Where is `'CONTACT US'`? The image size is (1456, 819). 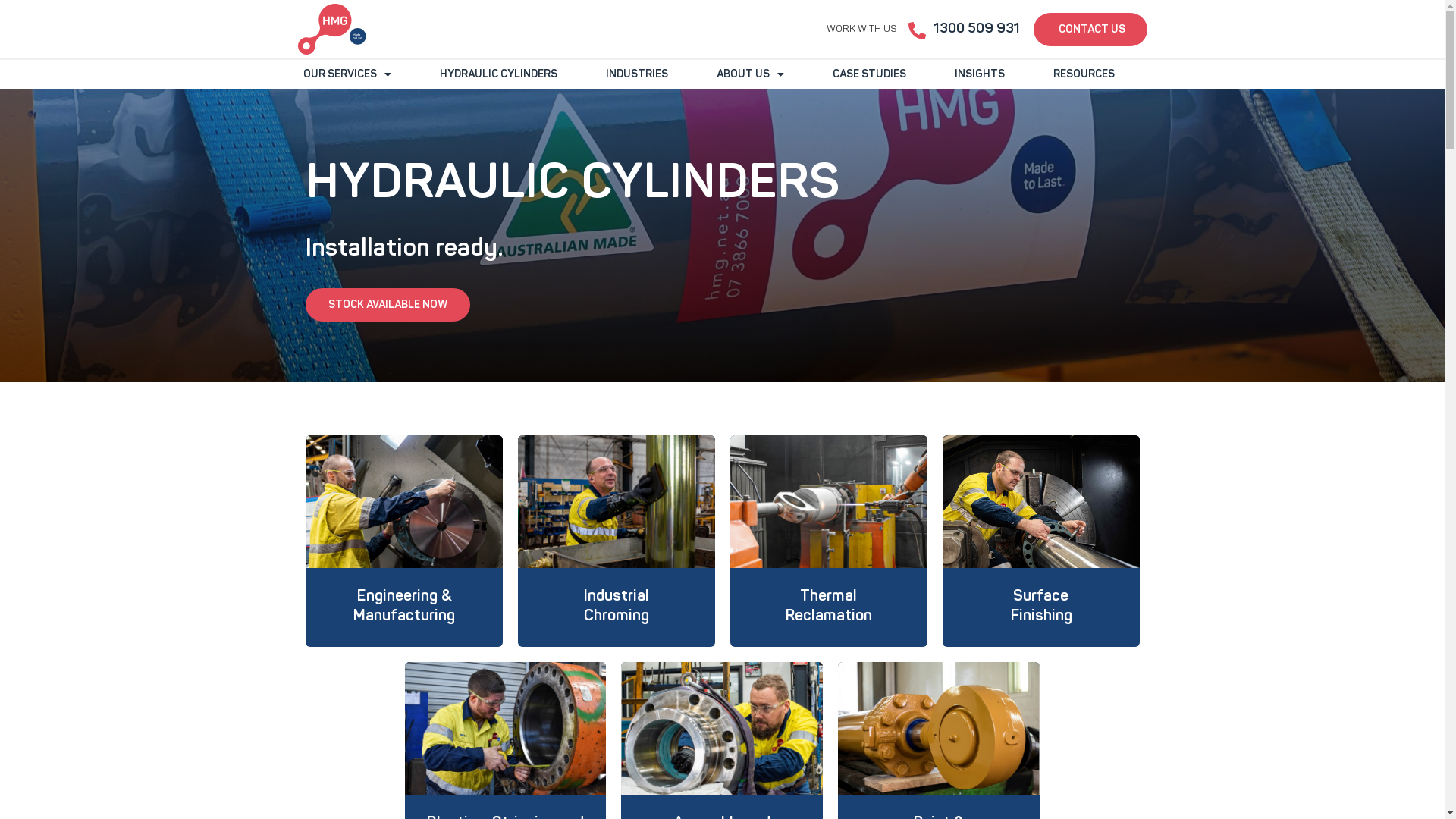
'CONTACT US' is located at coordinates (1088, 29).